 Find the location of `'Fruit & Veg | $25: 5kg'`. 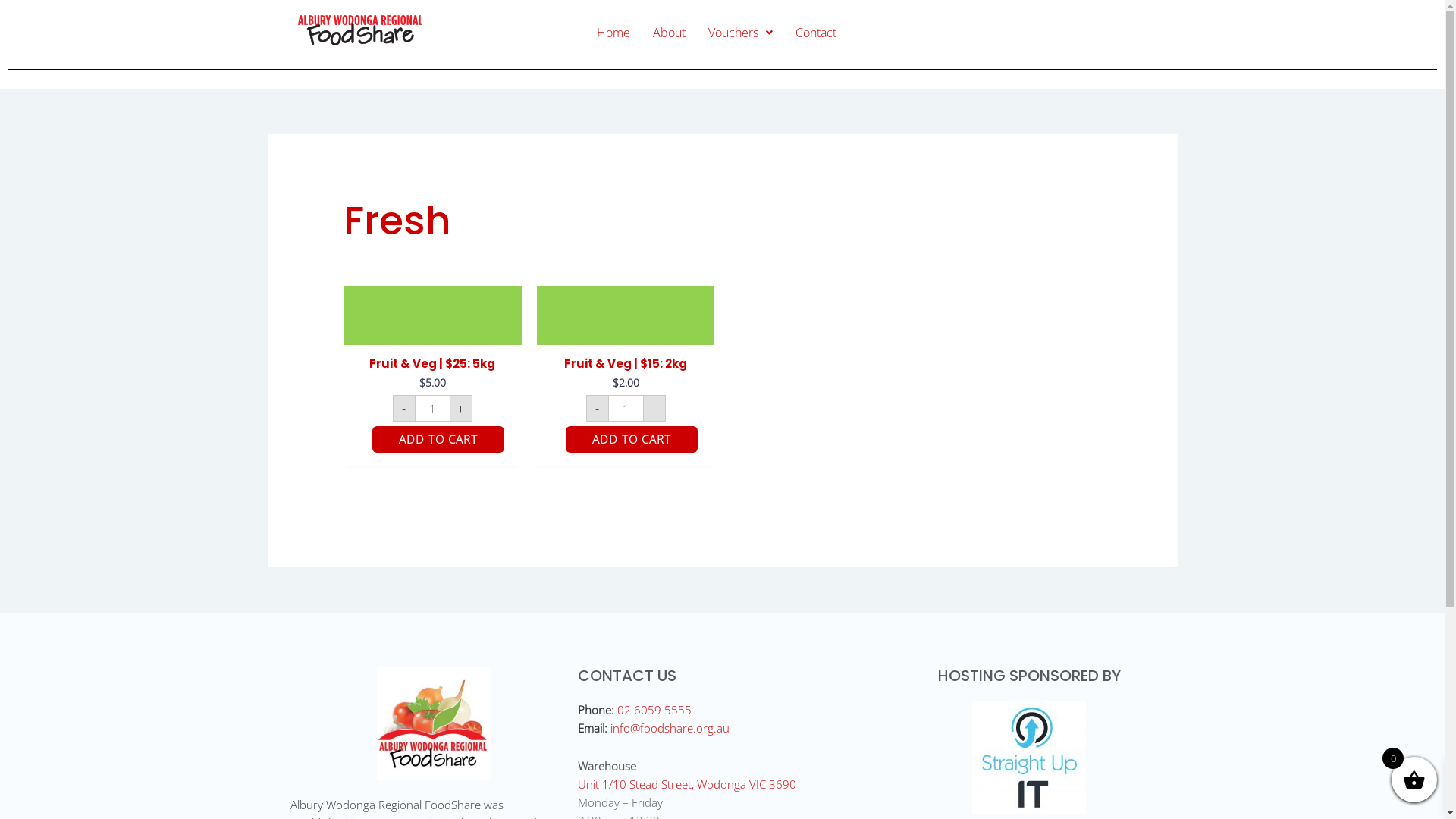

'Fruit & Veg | $25: 5kg' is located at coordinates (431, 366).